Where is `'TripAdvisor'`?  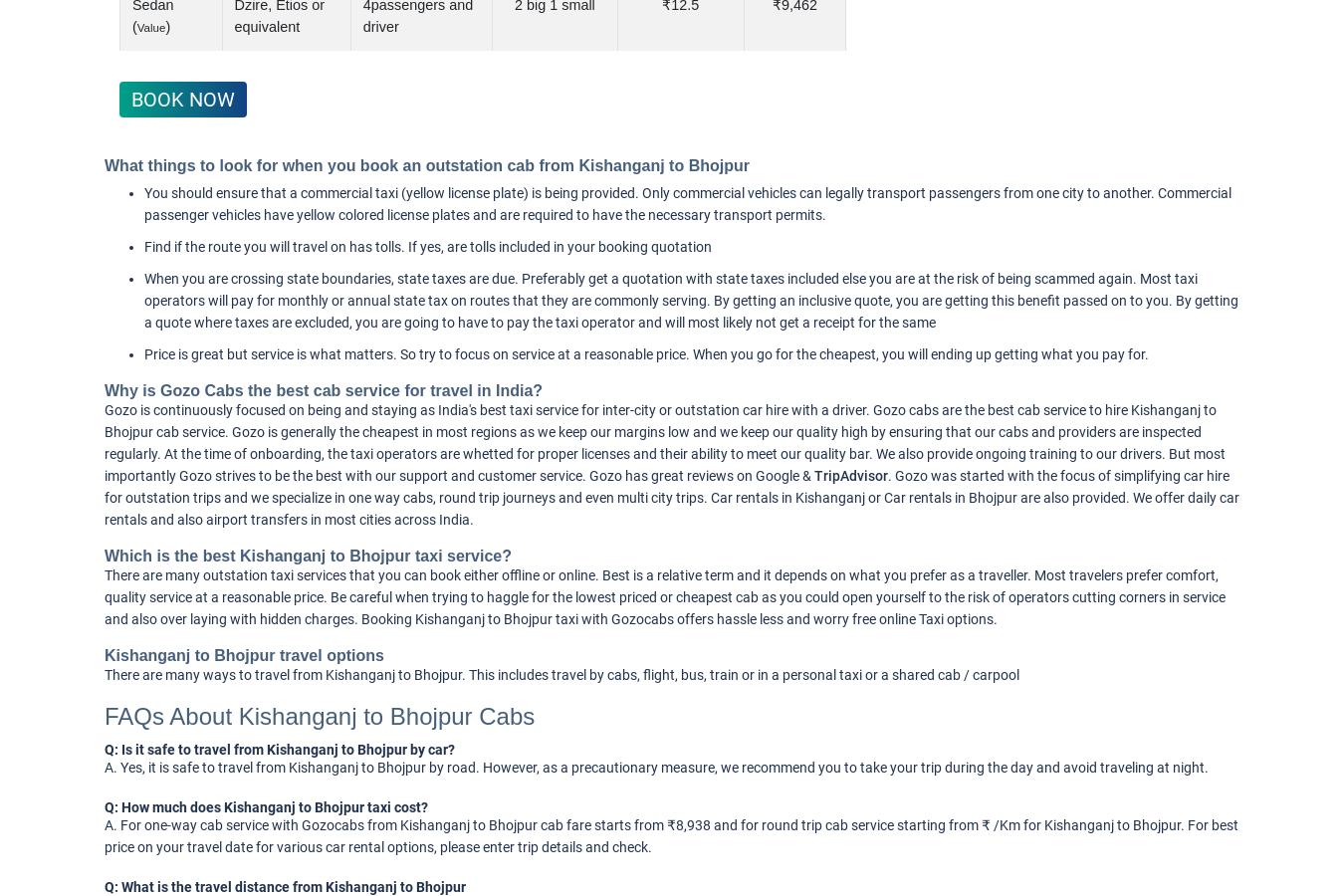 'TripAdvisor' is located at coordinates (850, 475).